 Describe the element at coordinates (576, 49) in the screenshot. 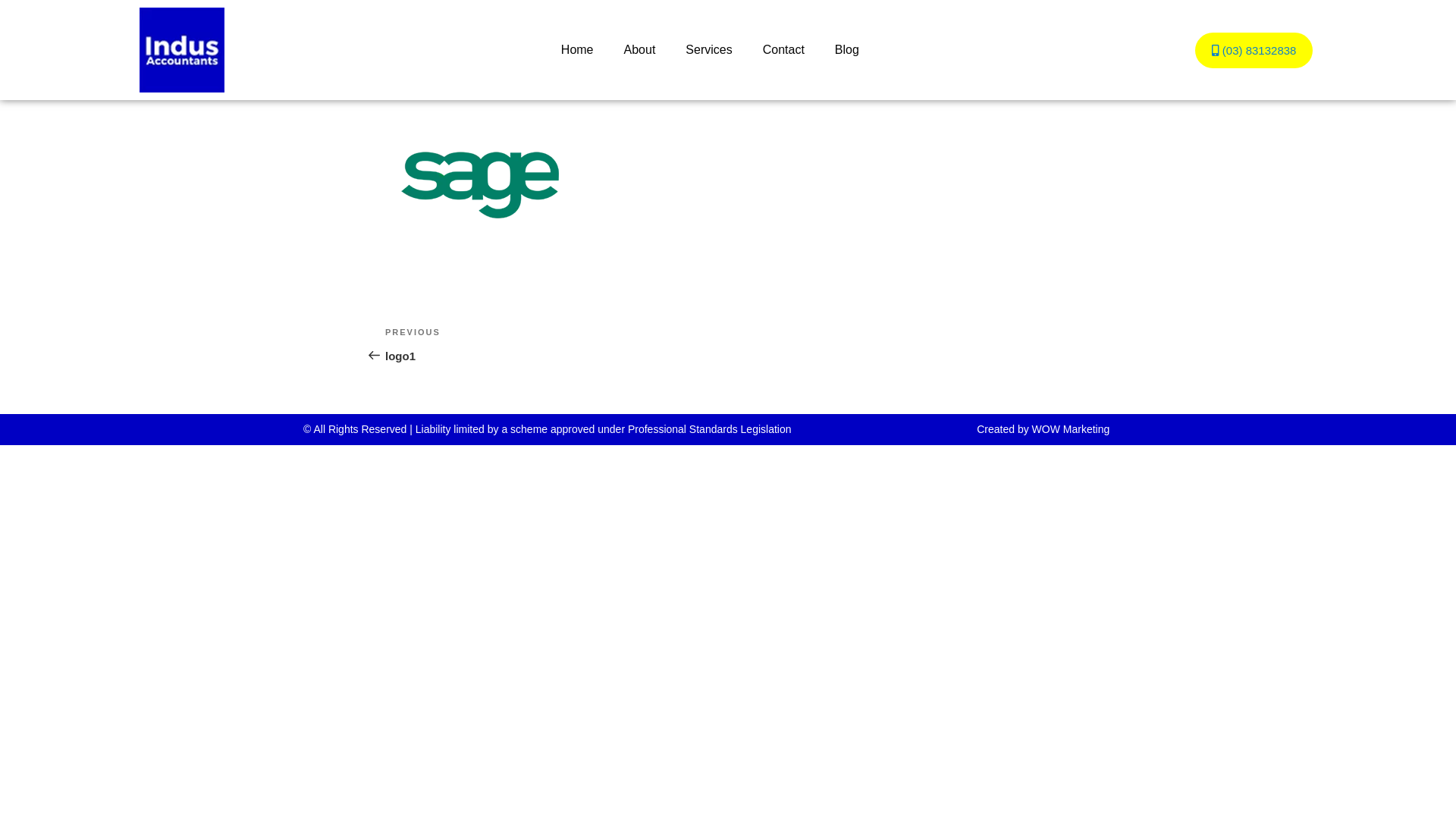

I see `'Home'` at that location.